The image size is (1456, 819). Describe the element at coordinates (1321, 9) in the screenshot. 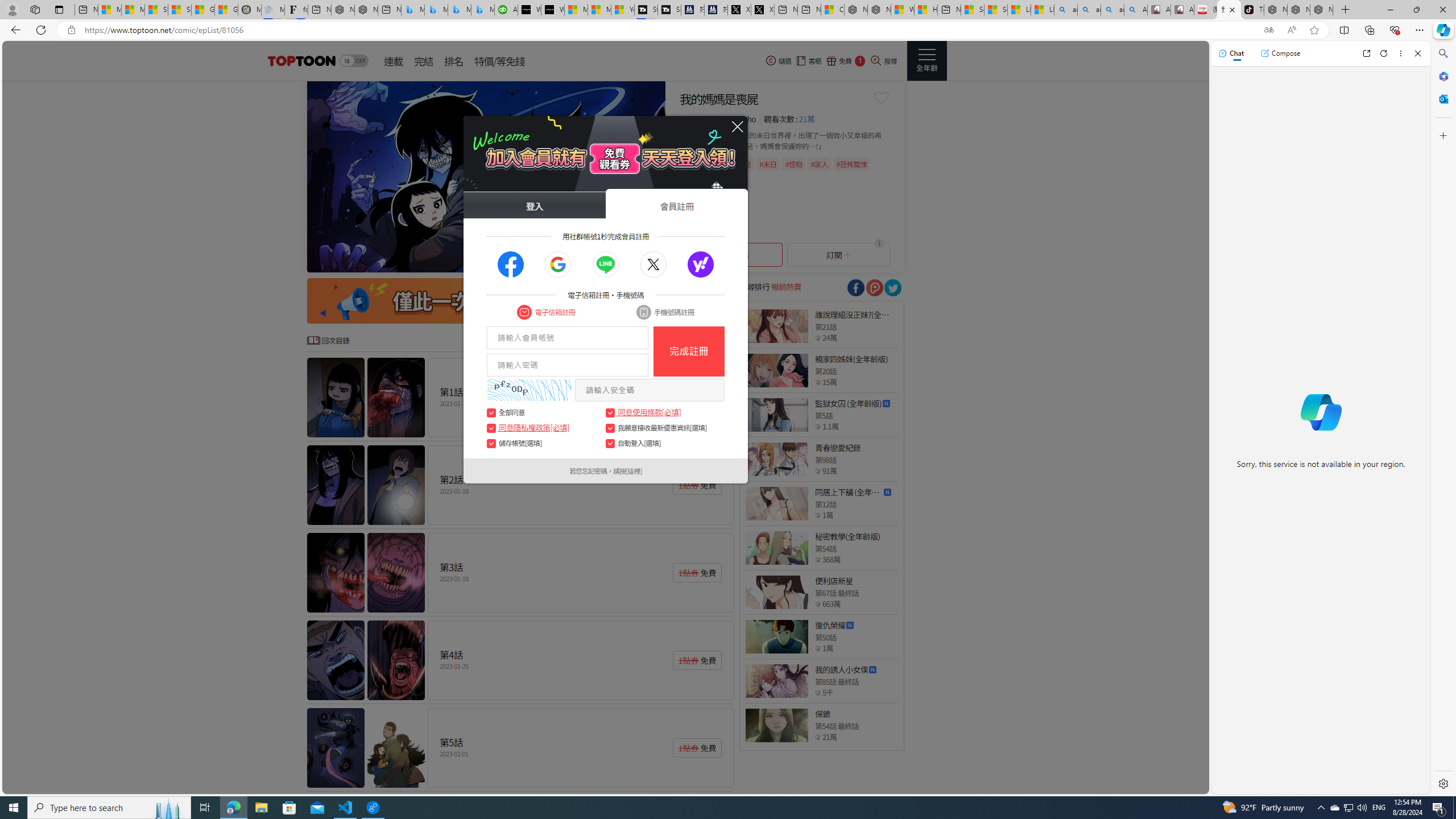

I see `'Nordace - Siena Pro 15 Essential Set'` at that location.